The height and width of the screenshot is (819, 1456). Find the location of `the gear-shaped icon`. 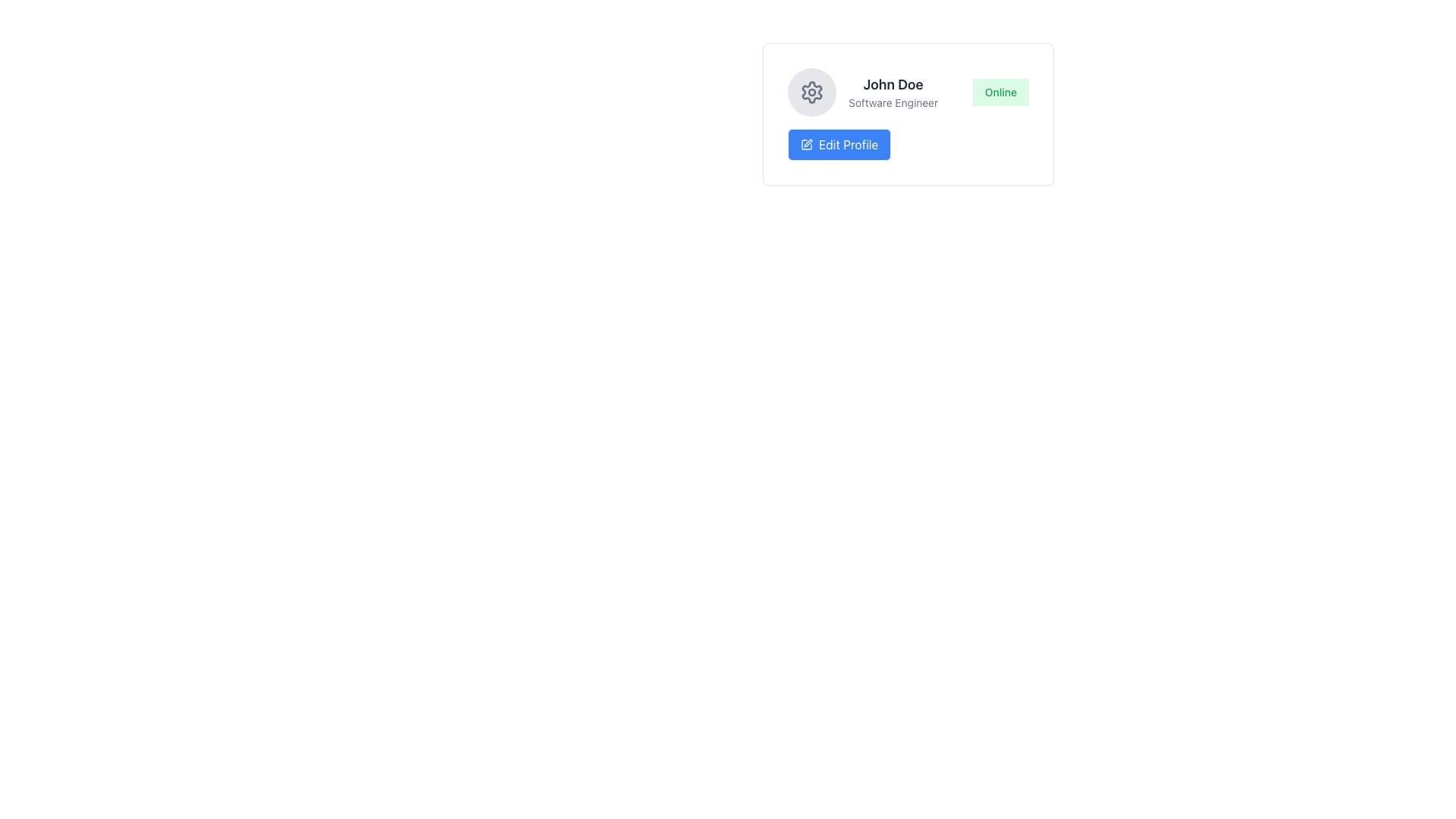

the gear-shaped icon is located at coordinates (811, 91).